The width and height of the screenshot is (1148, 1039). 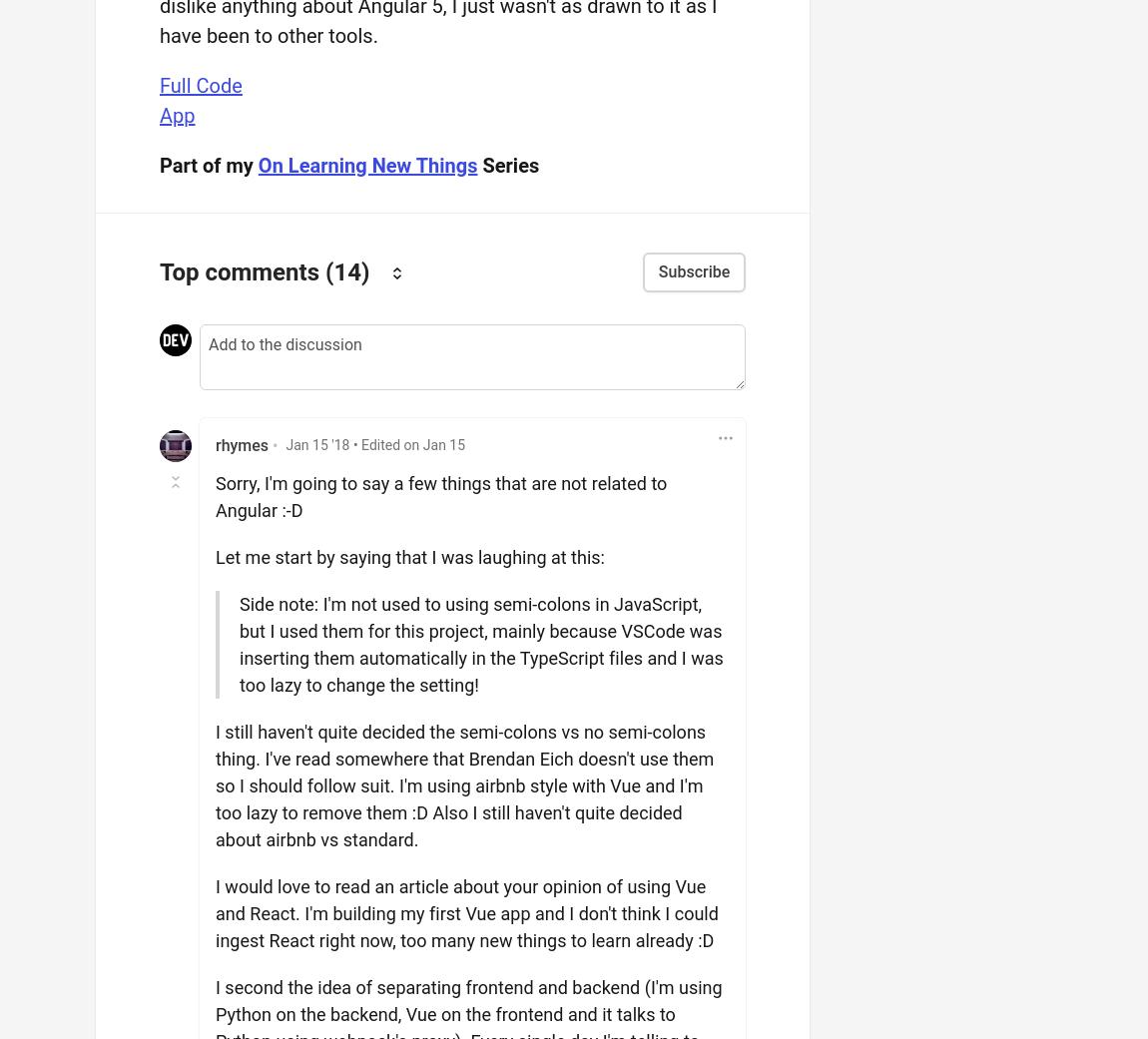 What do you see at coordinates (480, 643) in the screenshot?
I see `'Side note: I'm not used to using semi-colons in JavaScript, but I used them for this project, mainly because VSCode was inserting them automatically in the TypeScript files and I was too lazy to change the setting!'` at bounding box center [480, 643].